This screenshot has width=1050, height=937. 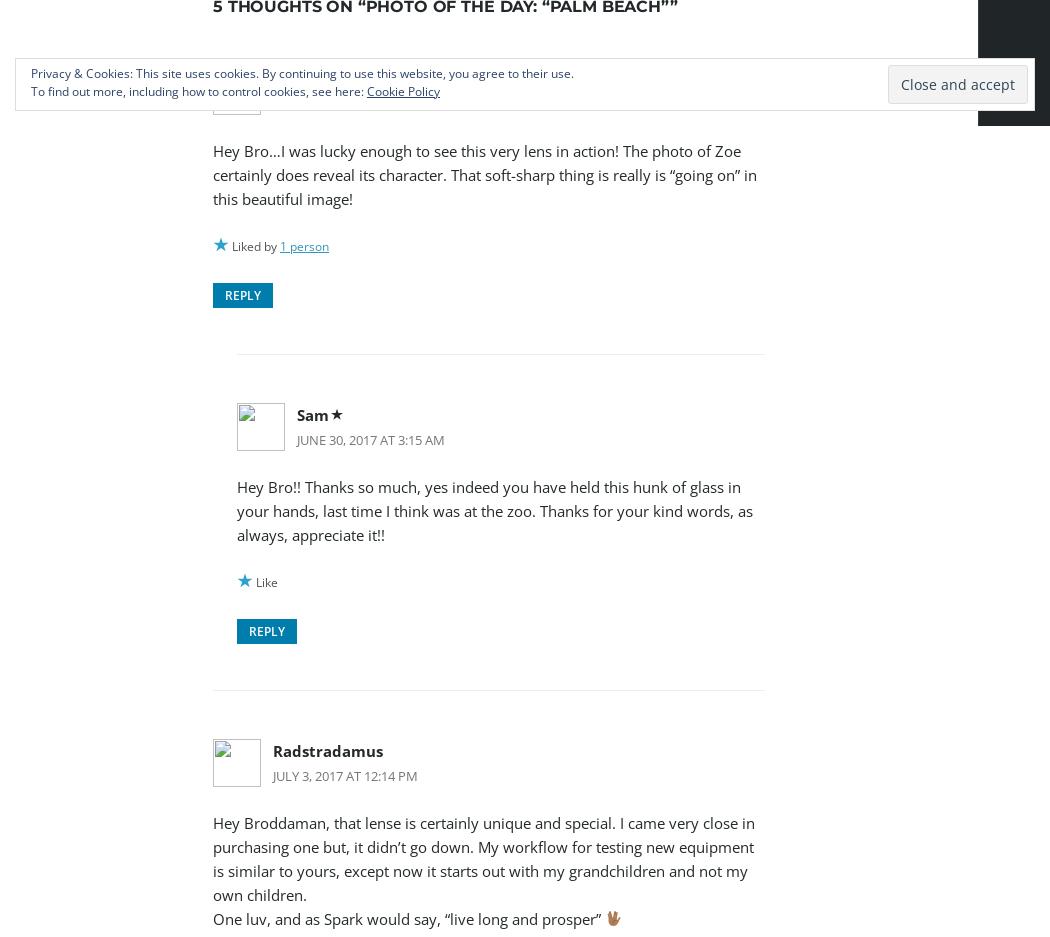 I want to click on 'Liked by', so click(x=255, y=245).